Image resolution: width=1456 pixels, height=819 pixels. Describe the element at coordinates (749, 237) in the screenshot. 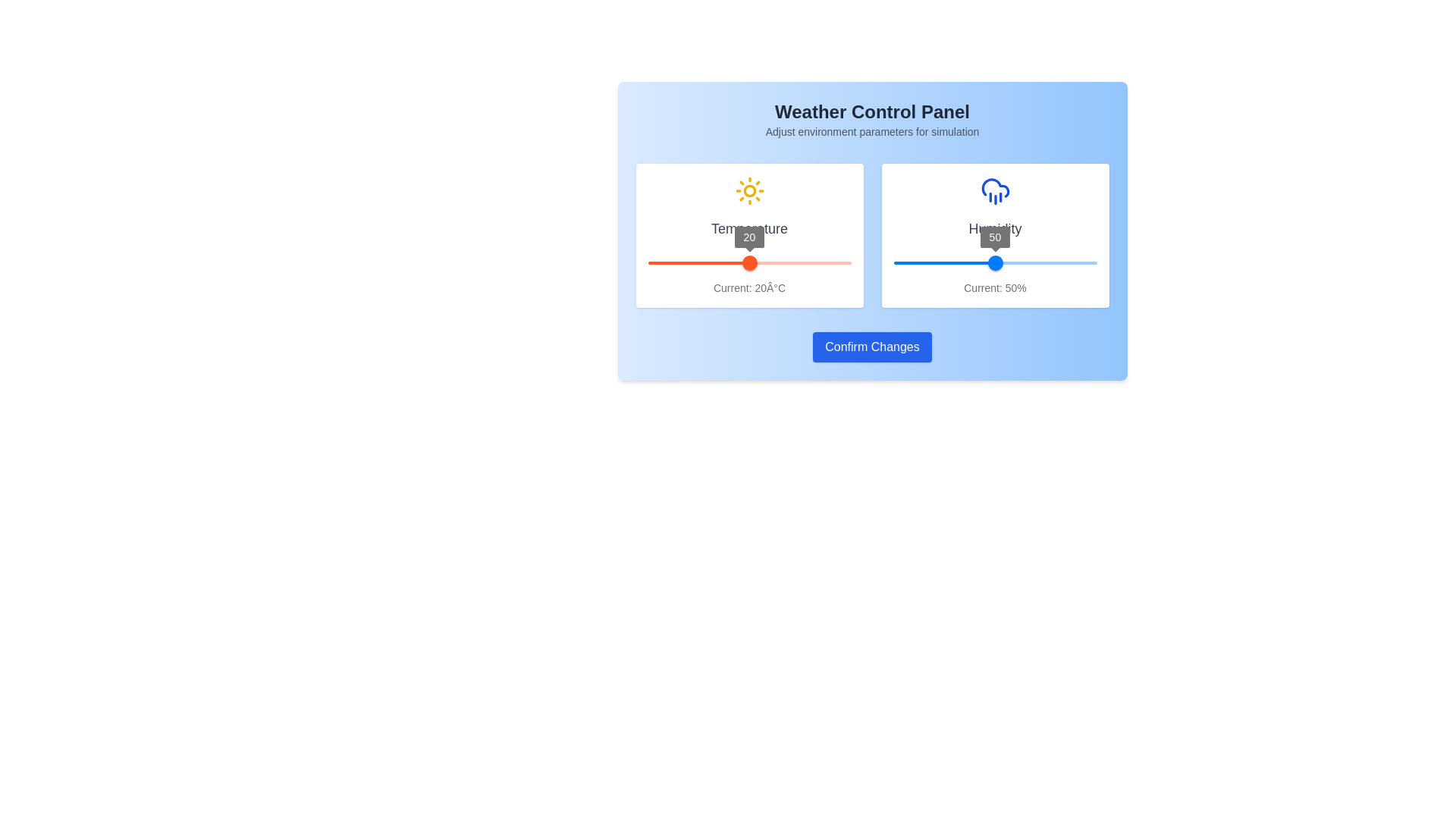

I see `the circular label displaying the number '20' in white text on a dark gray background, which is located above the orange slider of the 'Temperature' control on the left side of the central panel` at that location.